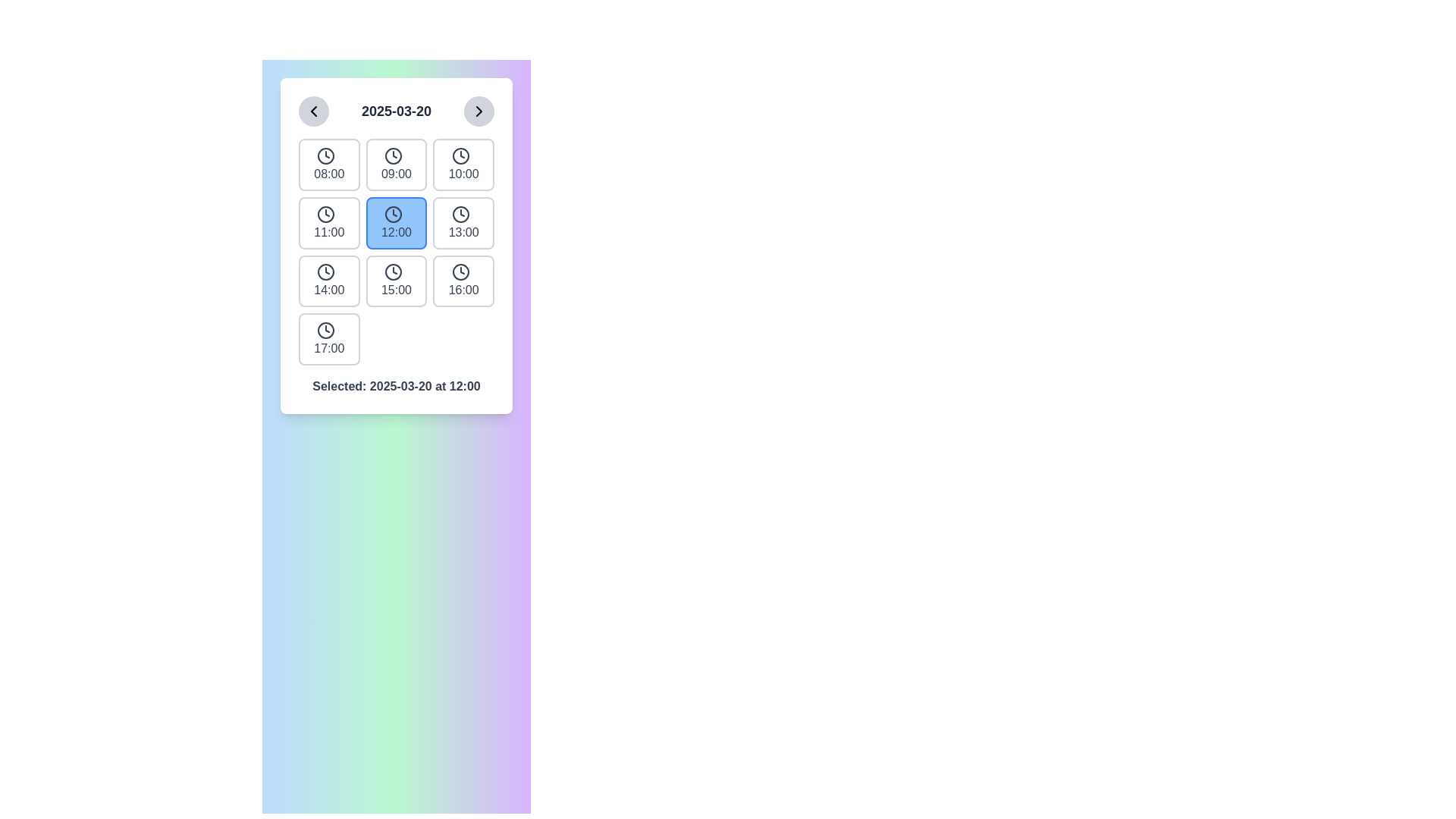  Describe the element at coordinates (328, 223) in the screenshot. I see `the selectable time slot button for '11:00' located in the second row and first column of the grid layout` at that location.